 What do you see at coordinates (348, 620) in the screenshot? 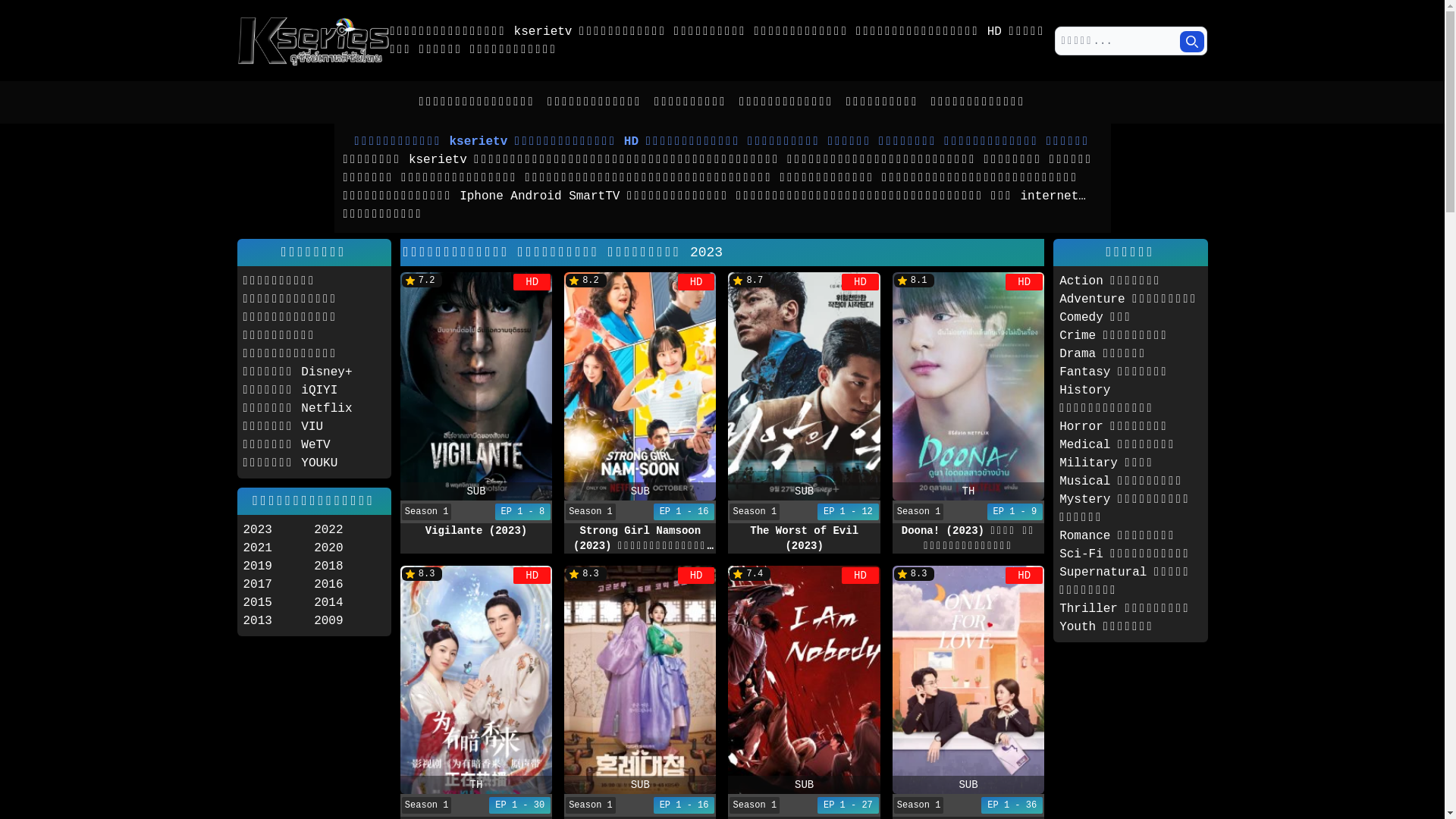
I see `'2009'` at bounding box center [348, 620].